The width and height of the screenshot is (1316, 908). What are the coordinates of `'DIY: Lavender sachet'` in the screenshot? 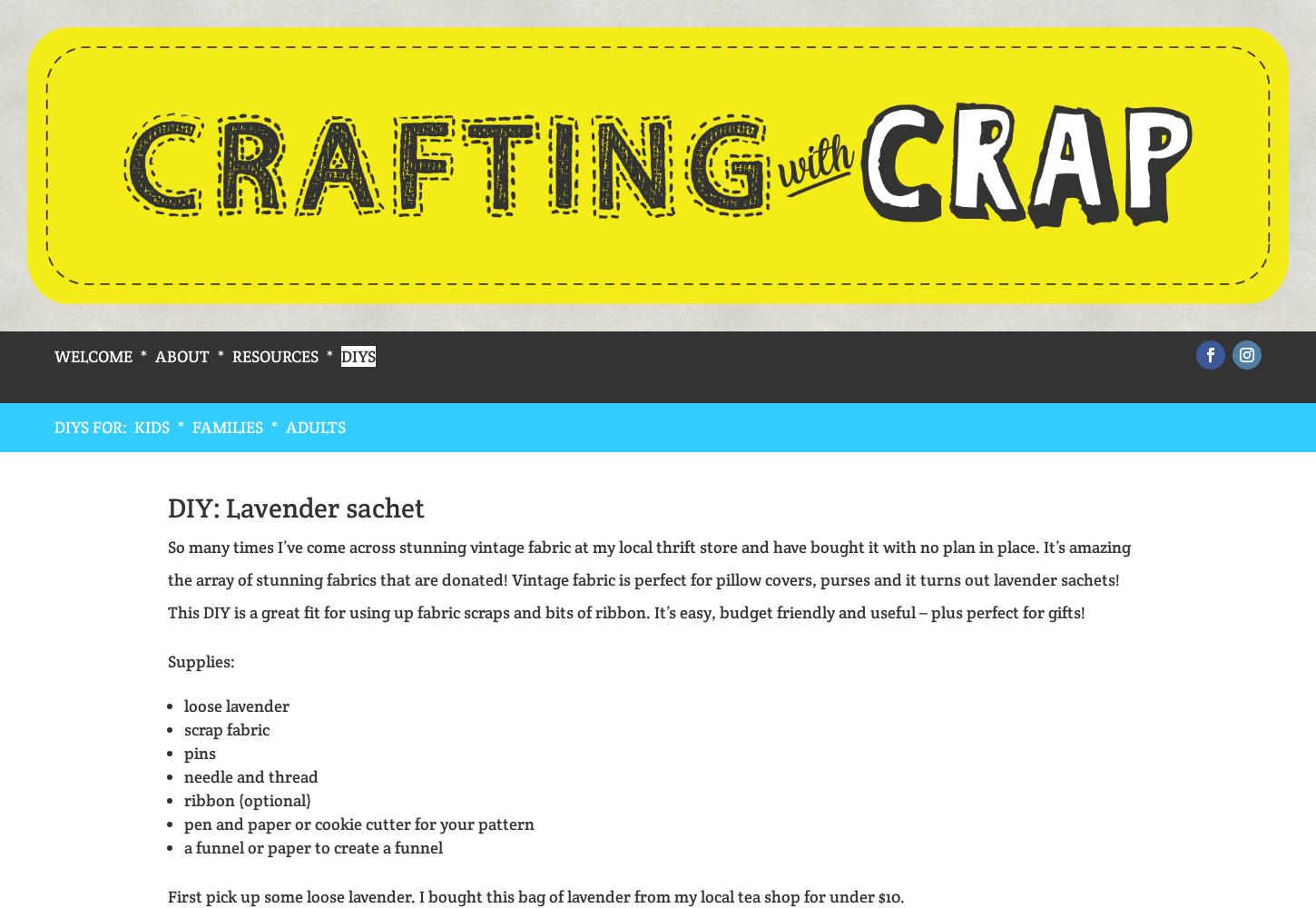 It's located at (296, 507).